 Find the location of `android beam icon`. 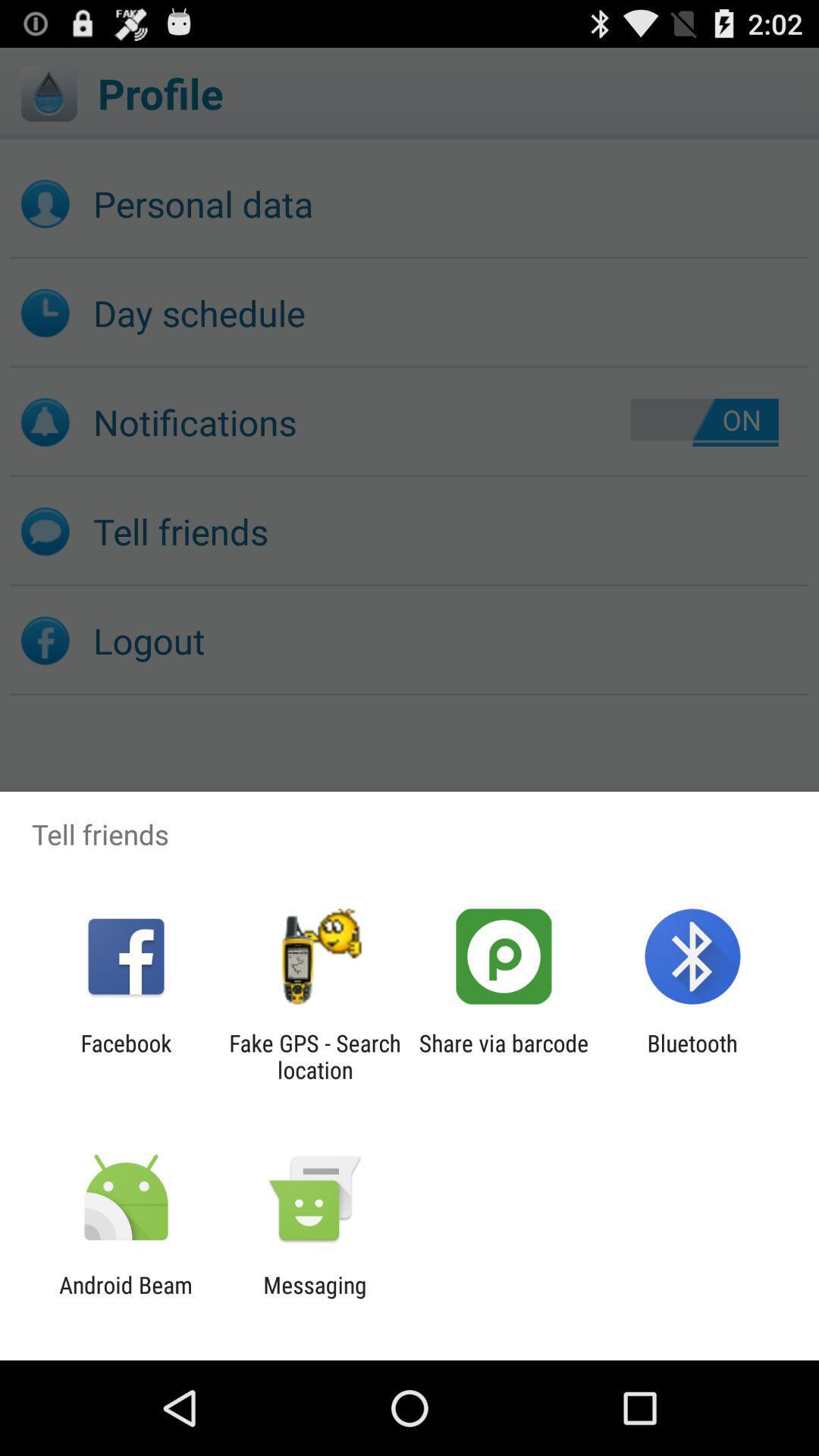

android beam icon is located at coordinates (125, 1298).